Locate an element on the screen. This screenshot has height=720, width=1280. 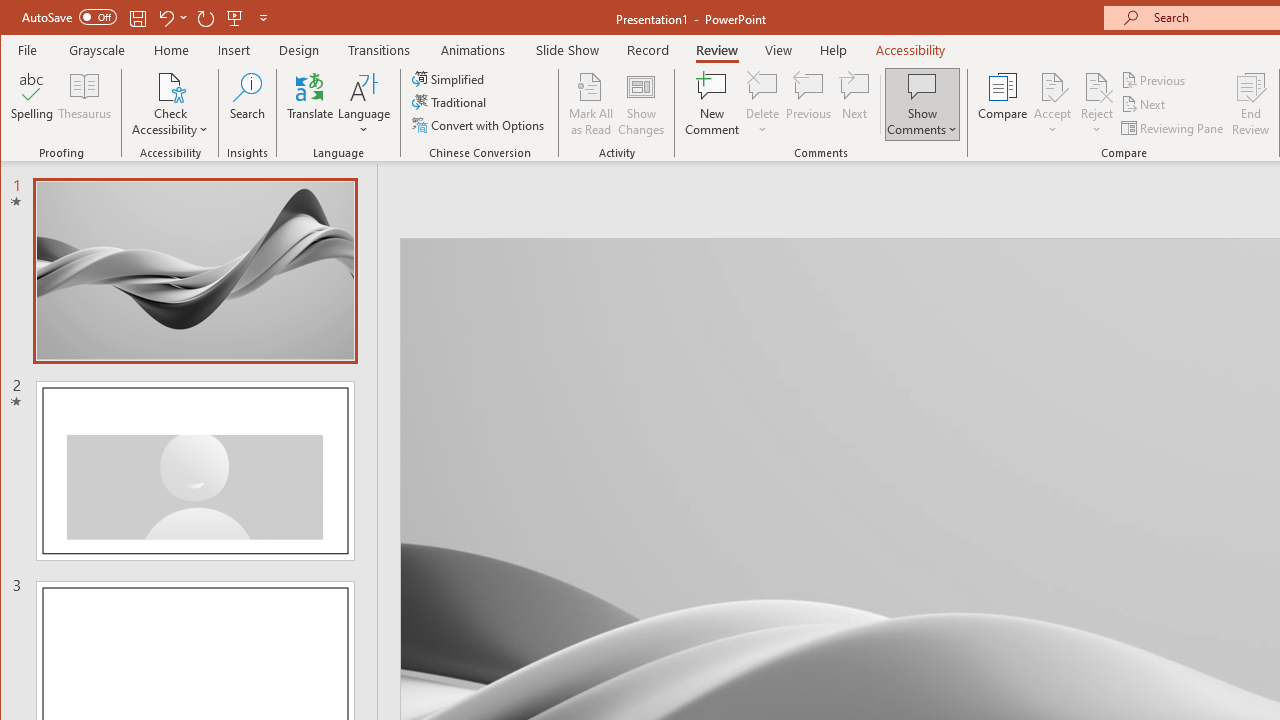
'Translate' is located at coordinates (309, 104).